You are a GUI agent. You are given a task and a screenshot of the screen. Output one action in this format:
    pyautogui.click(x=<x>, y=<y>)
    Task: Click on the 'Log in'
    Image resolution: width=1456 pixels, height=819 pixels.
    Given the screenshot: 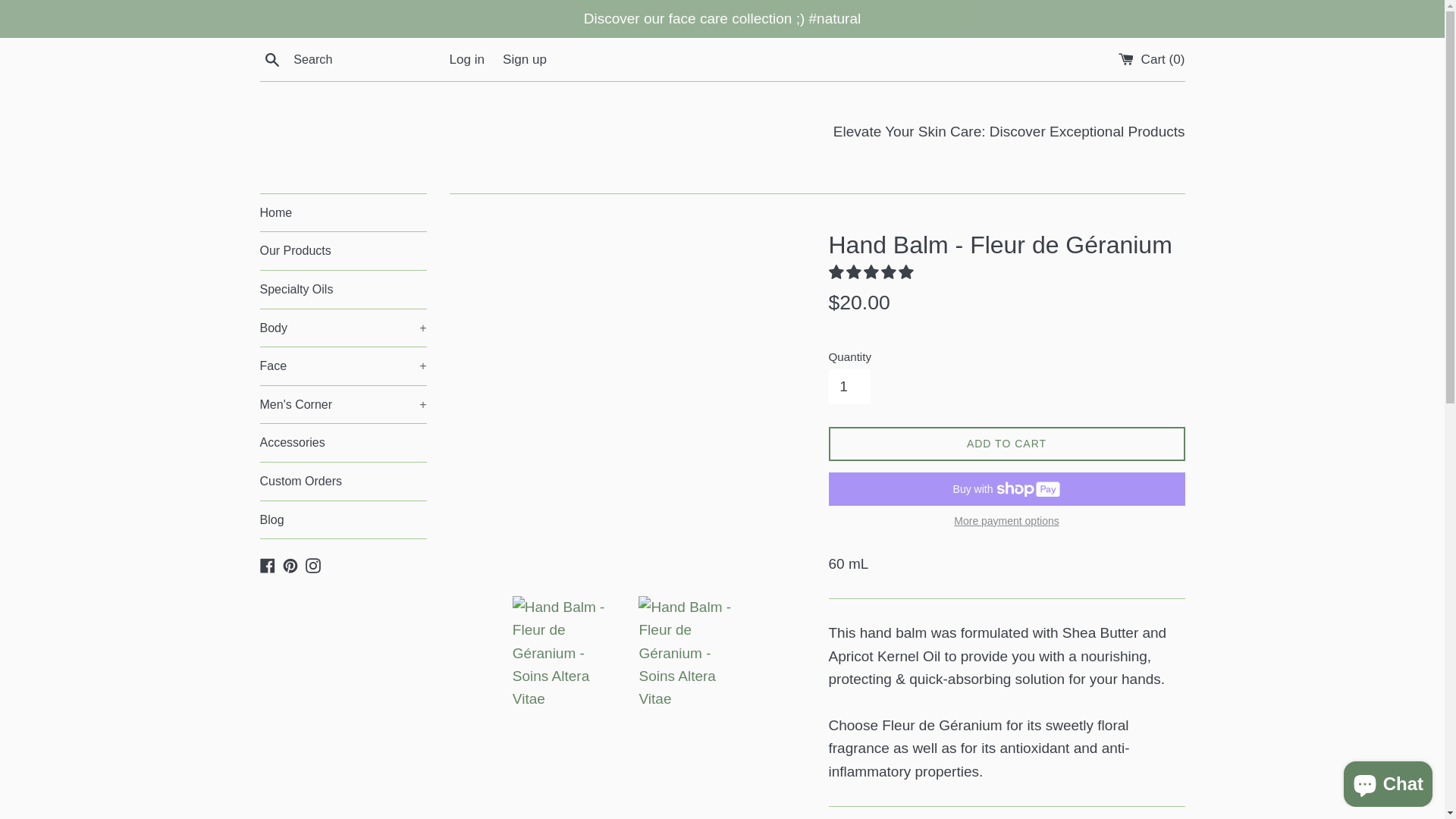 What is the action you would take?
    pyautogui.click(x=447, y=58)
    